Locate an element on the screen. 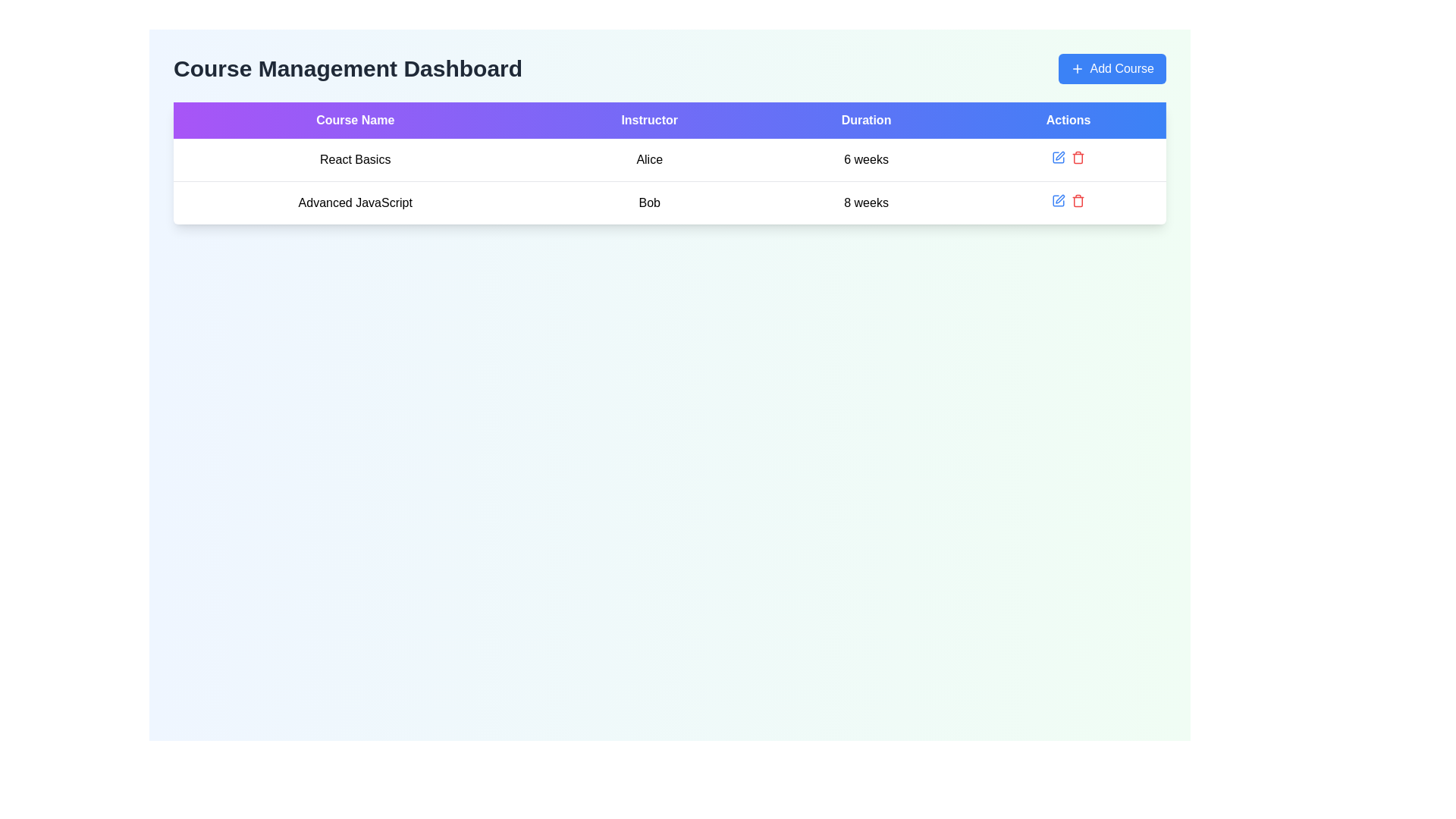 This screenshot has height=819, width=1456. the edit icon for the 'Advanced JavaScript' course located in the 'Actions' column of the table is located at coordinates (1058, 200).